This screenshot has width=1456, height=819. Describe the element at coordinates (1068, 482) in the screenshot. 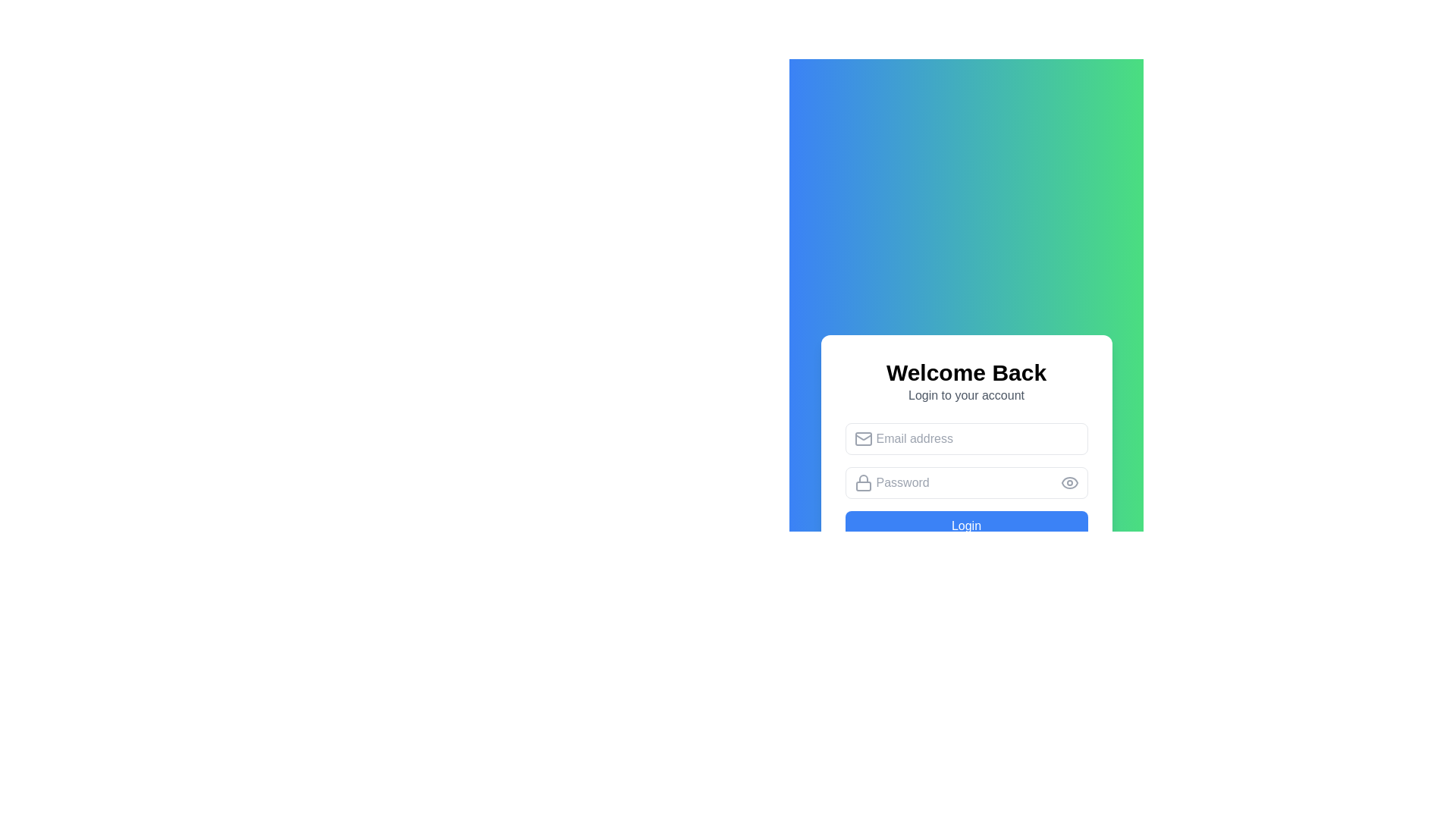

I see `the gray eye-shaped icon button at the right end of the password input field` at that location.